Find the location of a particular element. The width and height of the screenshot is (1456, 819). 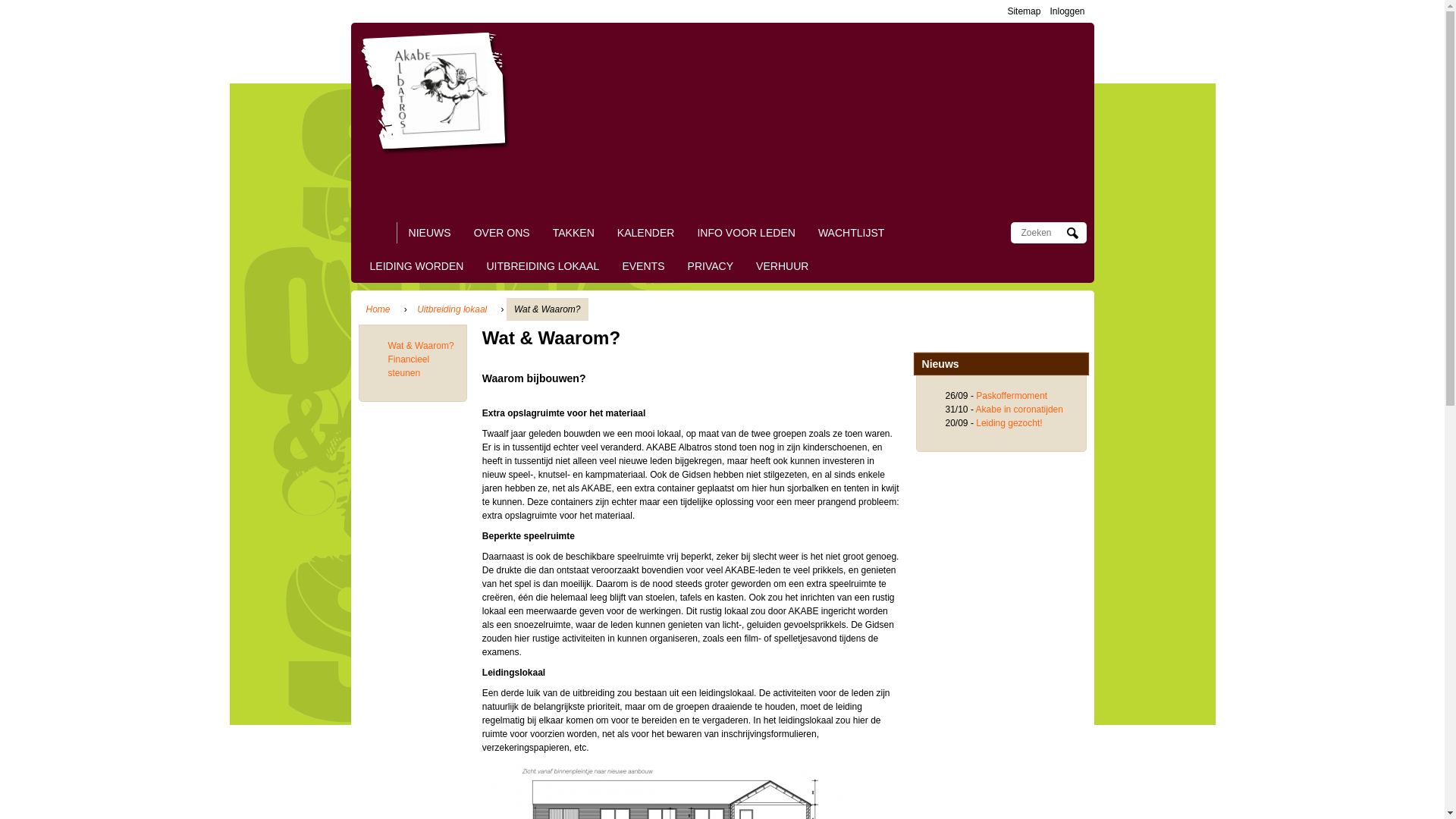

'Uitbreiding lokaal' is located at coordinates (450, 309).